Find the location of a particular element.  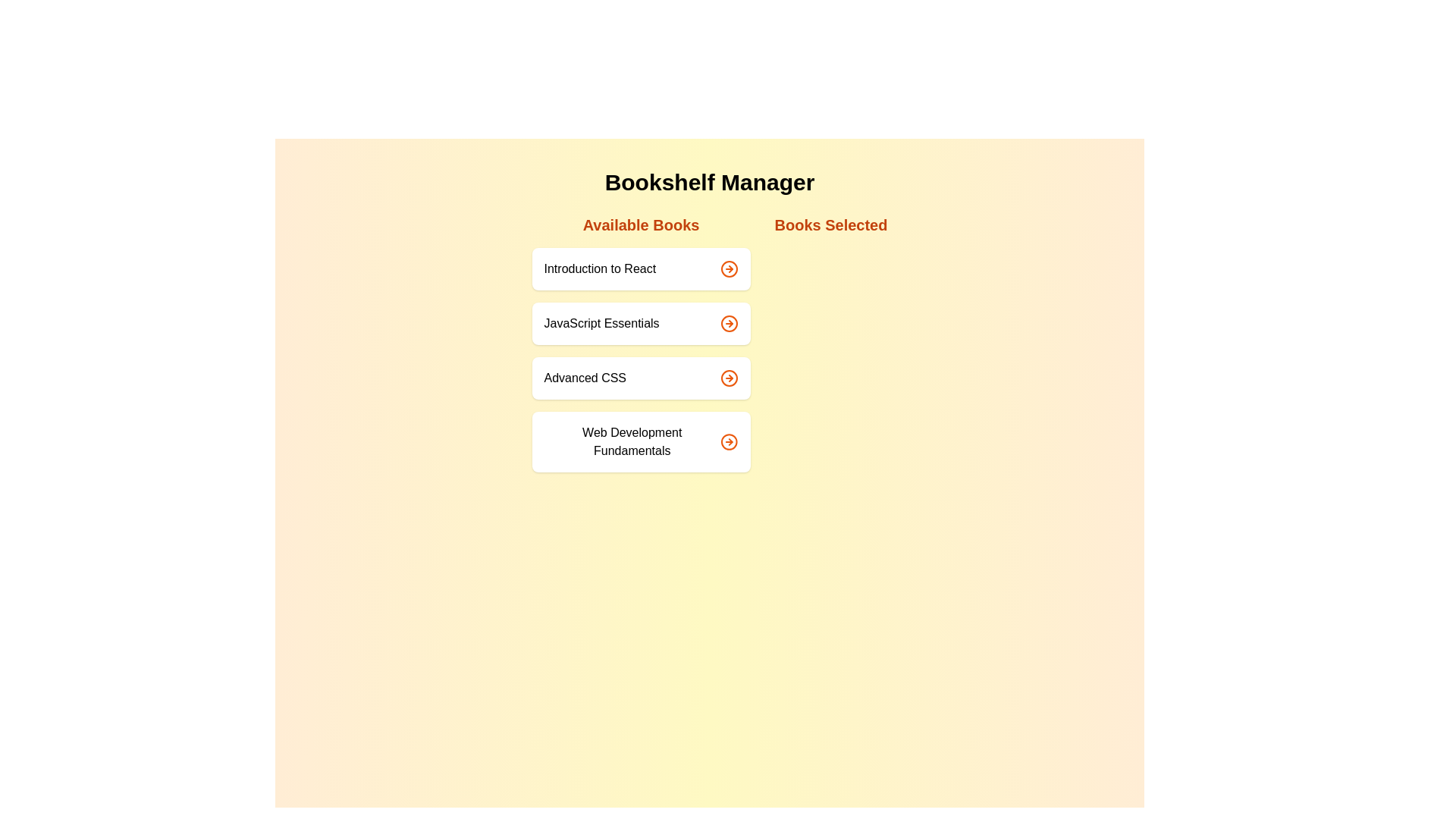

orange arrow next to the book 'Web Development Fundamentals' in the 'Available Books' list to move it to the 'Books Selected' list is located at coordinates (729, 441).